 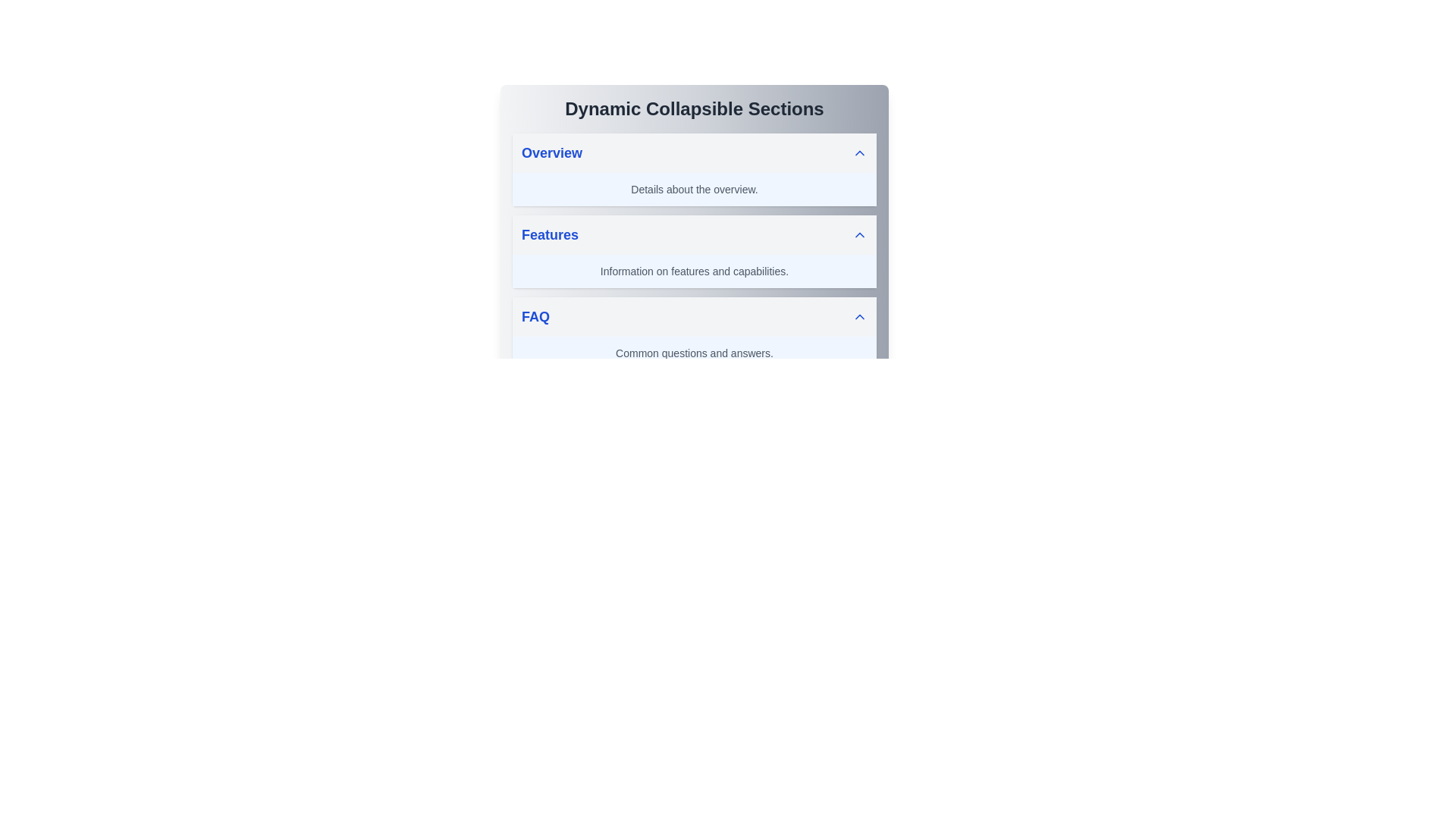 What do you see at coordinates (694, 189) in the screenshot?
I see `the informational text label located directly below the 'Overview' section header in the collapsible interface` at bounding box center [694, 189].